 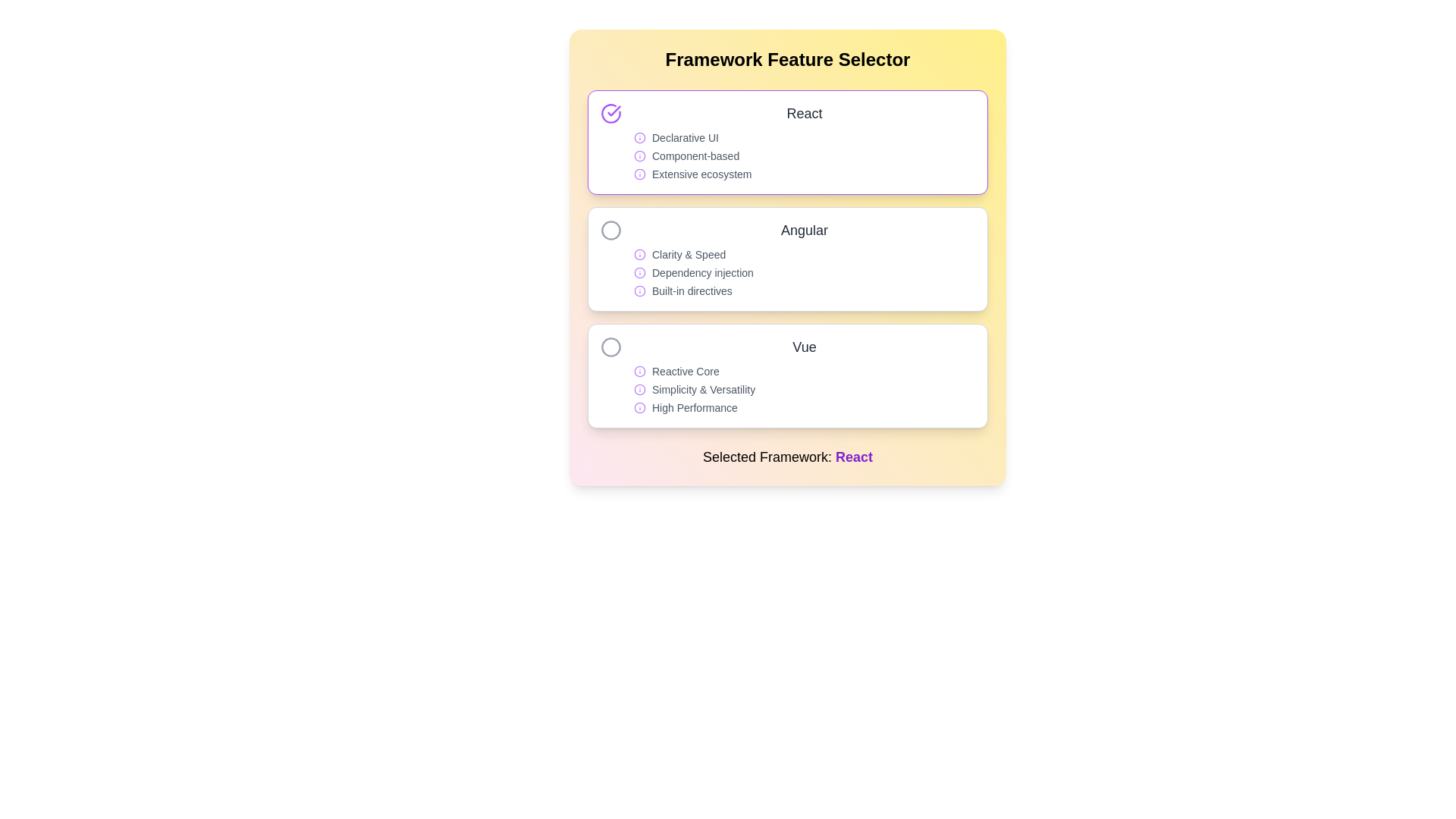 I want to click on the Information Card representing the features of the 'Vue' framework in the framework selection interface, located below the cards for 'React' and 'Angular', so click(x=803, y=375).